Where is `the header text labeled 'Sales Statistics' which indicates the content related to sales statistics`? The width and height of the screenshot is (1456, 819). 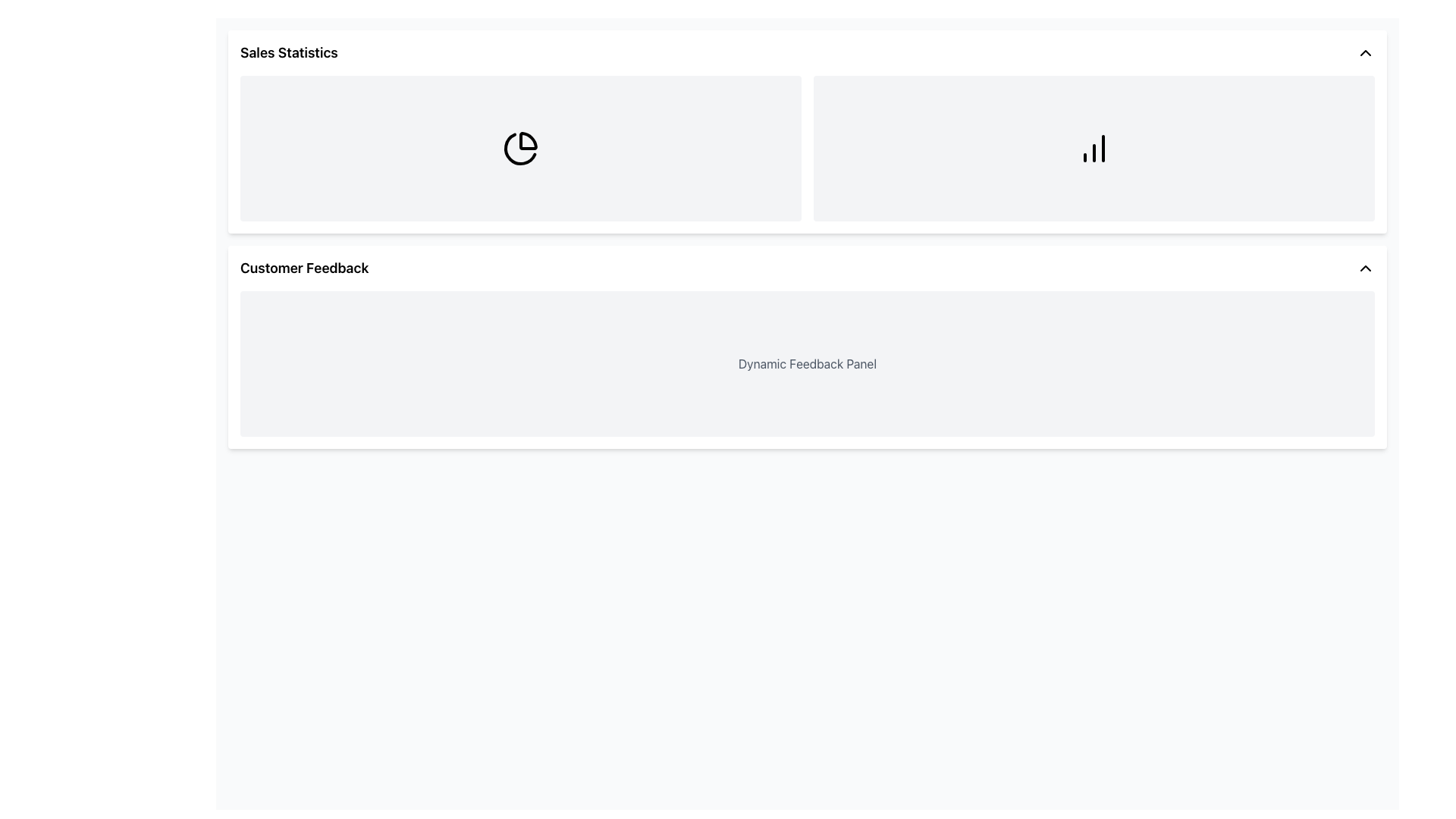 the header text labeled 'Sales Statistics' which indicates the content related to sales statistics is located at coordinates (289, 52).